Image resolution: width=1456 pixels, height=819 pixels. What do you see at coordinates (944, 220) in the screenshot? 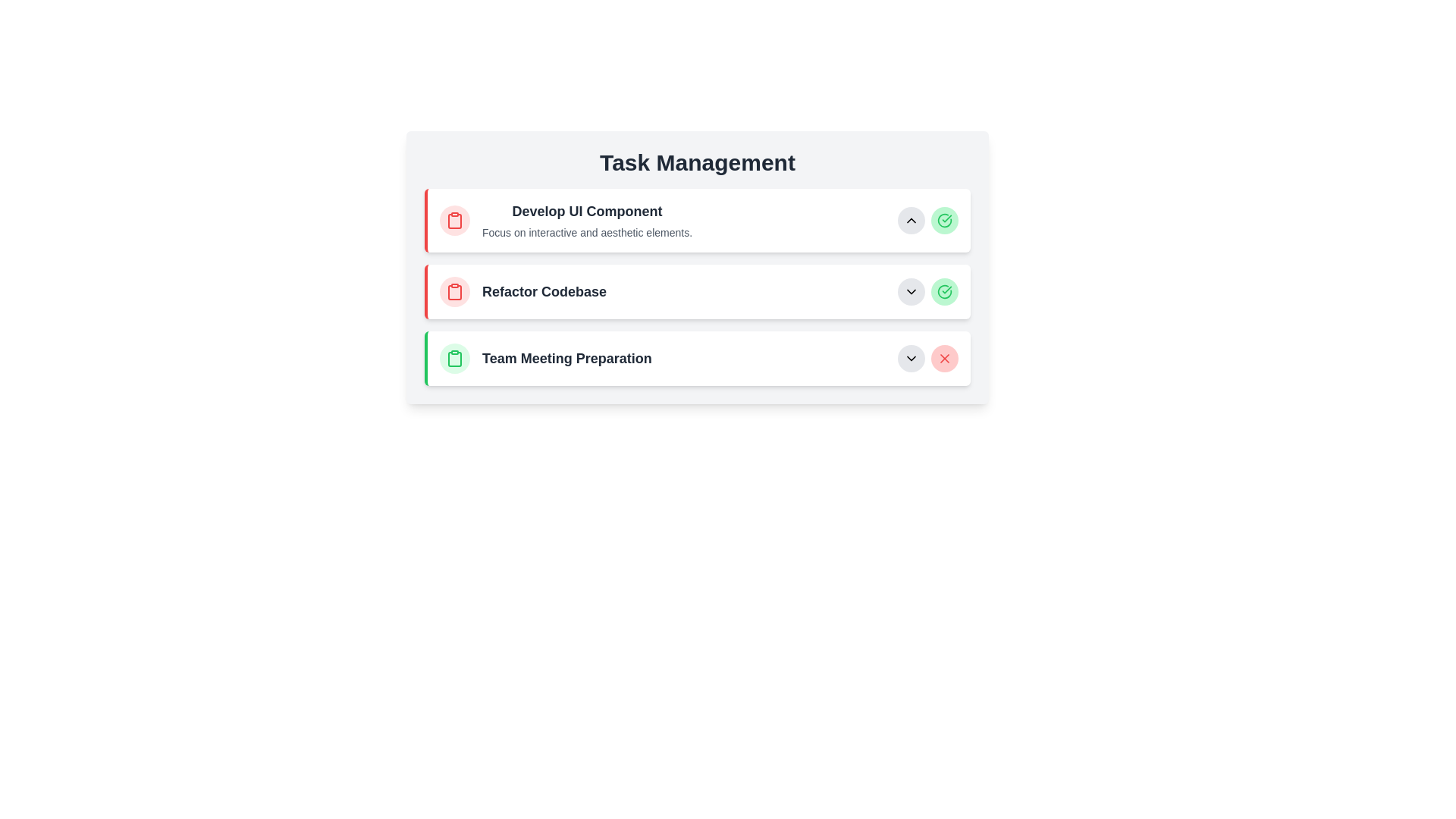
I see `the circular icon with a checkmark inside, located in the top-right corner of the first task panel under 'Task Management', indicating completion for the task titled 'Develop UI Component'` at bounding box center [944, 220].